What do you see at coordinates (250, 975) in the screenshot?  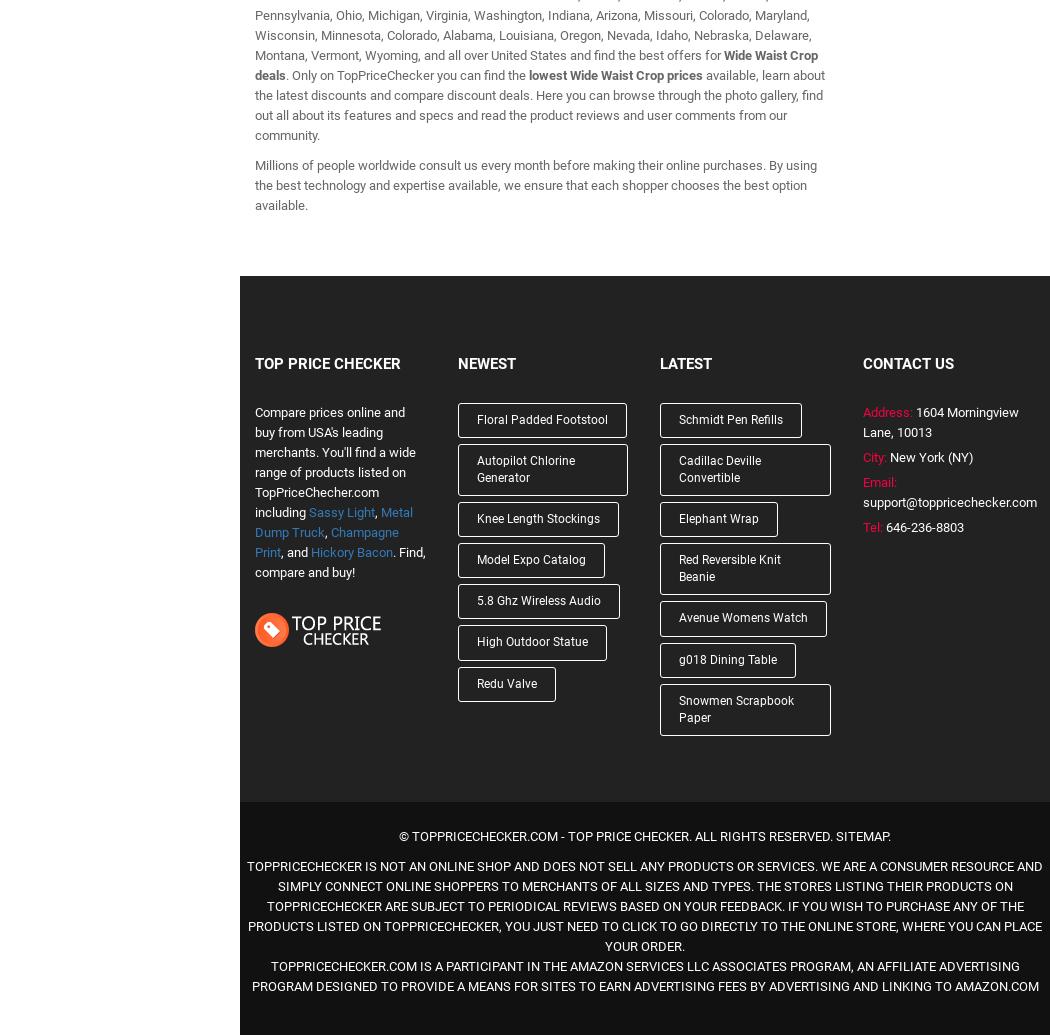 I see `'TopPriceChecker.com is a participant in the Amazon Services LLC Associates Program, an affiliate advertising program designed to provide a means for sites to earn advertising fees by advertising and linking to Amazon.com'` at bounding box center [250, 975].